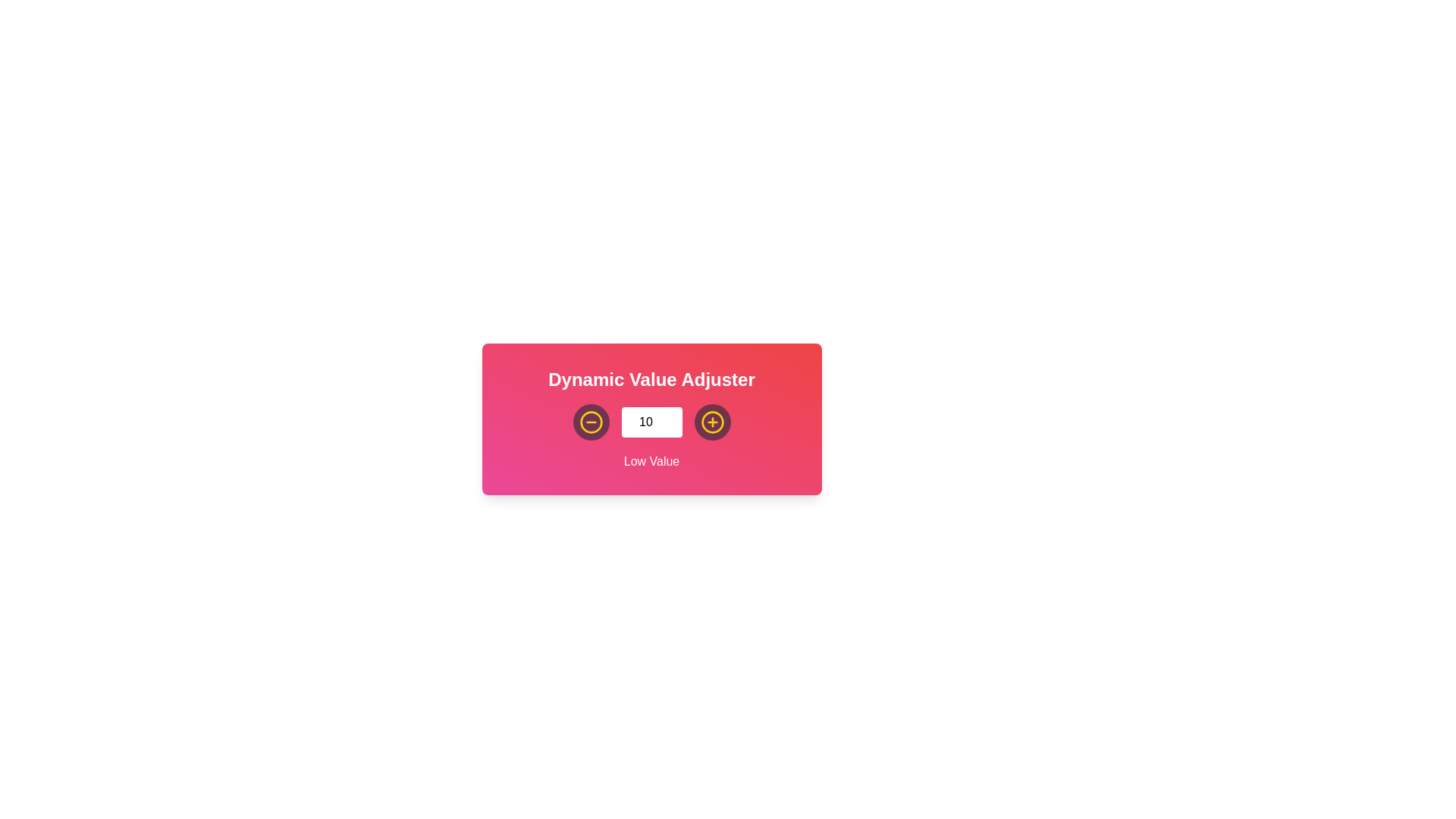 This screenshot has width=1456, height=819. What do you see at coordinates (651, 379) in the screenshot?
I see `the bold and large text label 'Dynamic Value Adjuster' displayed at the top of the card-like structure with a pink to red gradient background` at bounding box center [651, 379].